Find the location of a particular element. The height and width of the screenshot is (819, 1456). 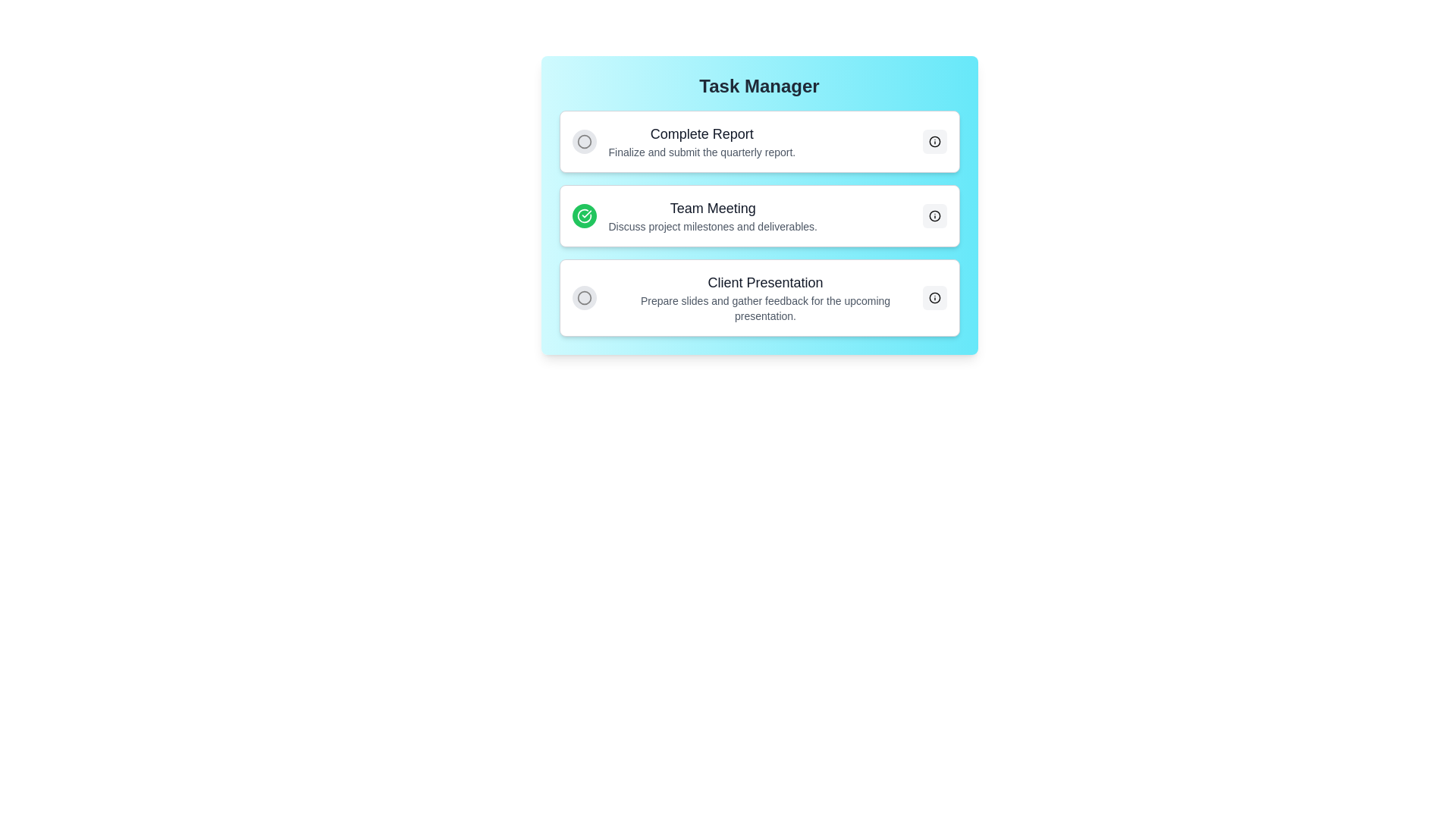

the checkmark on the second task card in the Task Manager to mark the meeting as complete is located at coordinates (759, 216).